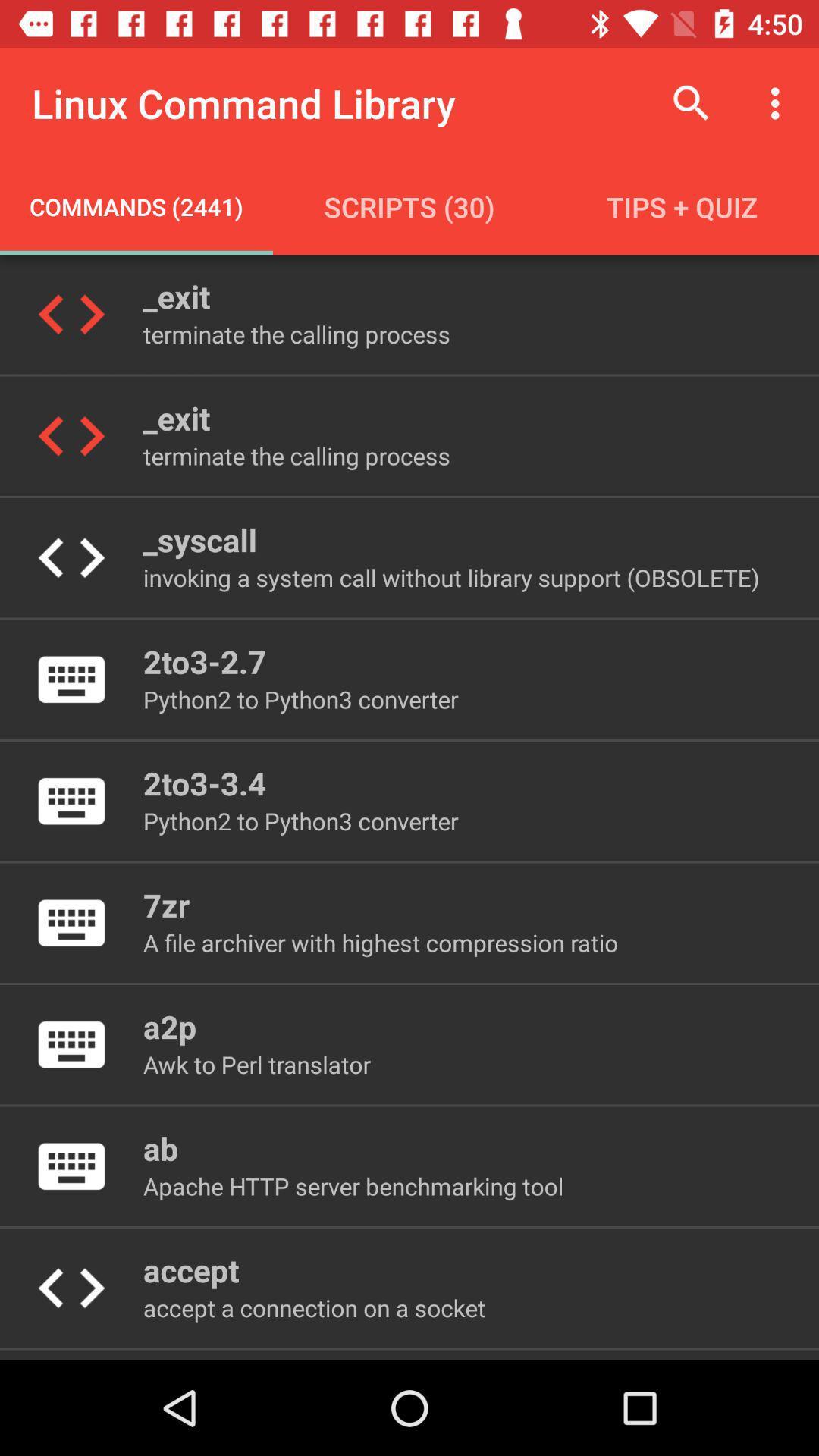 This screenshot has height=1456, width=819. I want to click on a file archiver icon, so click(380, 942).